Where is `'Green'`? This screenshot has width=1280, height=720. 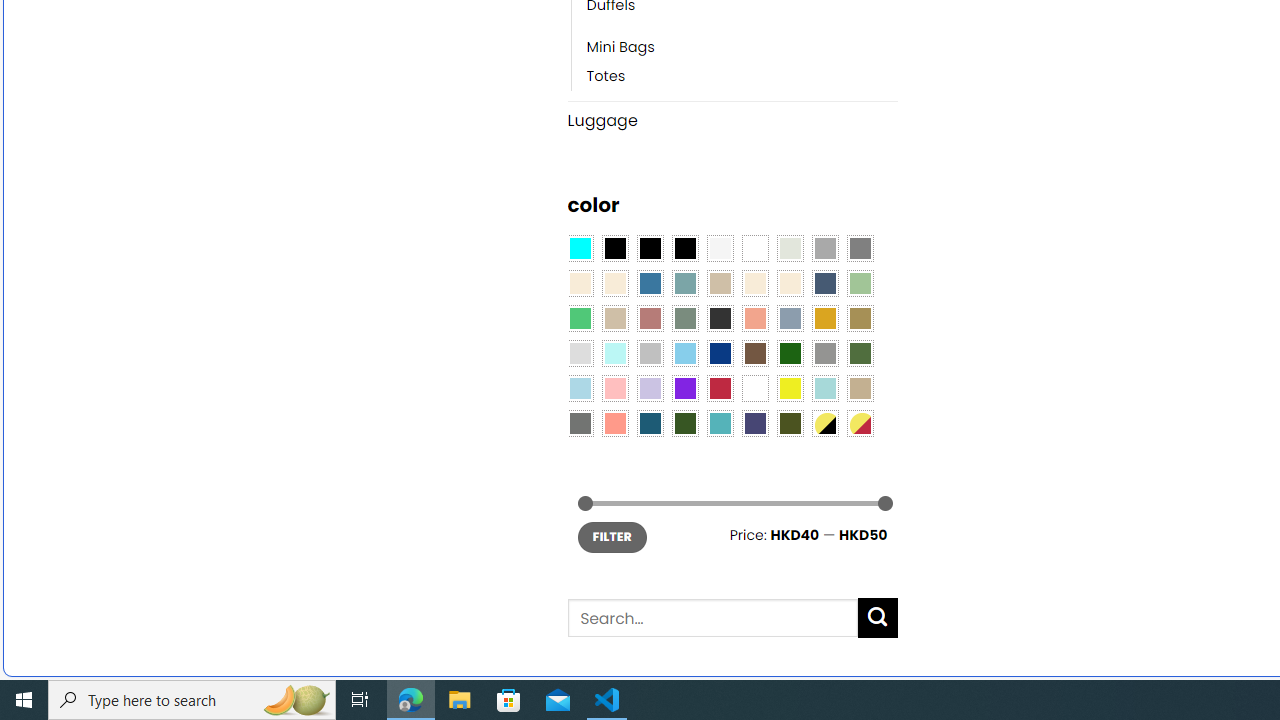 'Green' is located at coordinates (860, 353).